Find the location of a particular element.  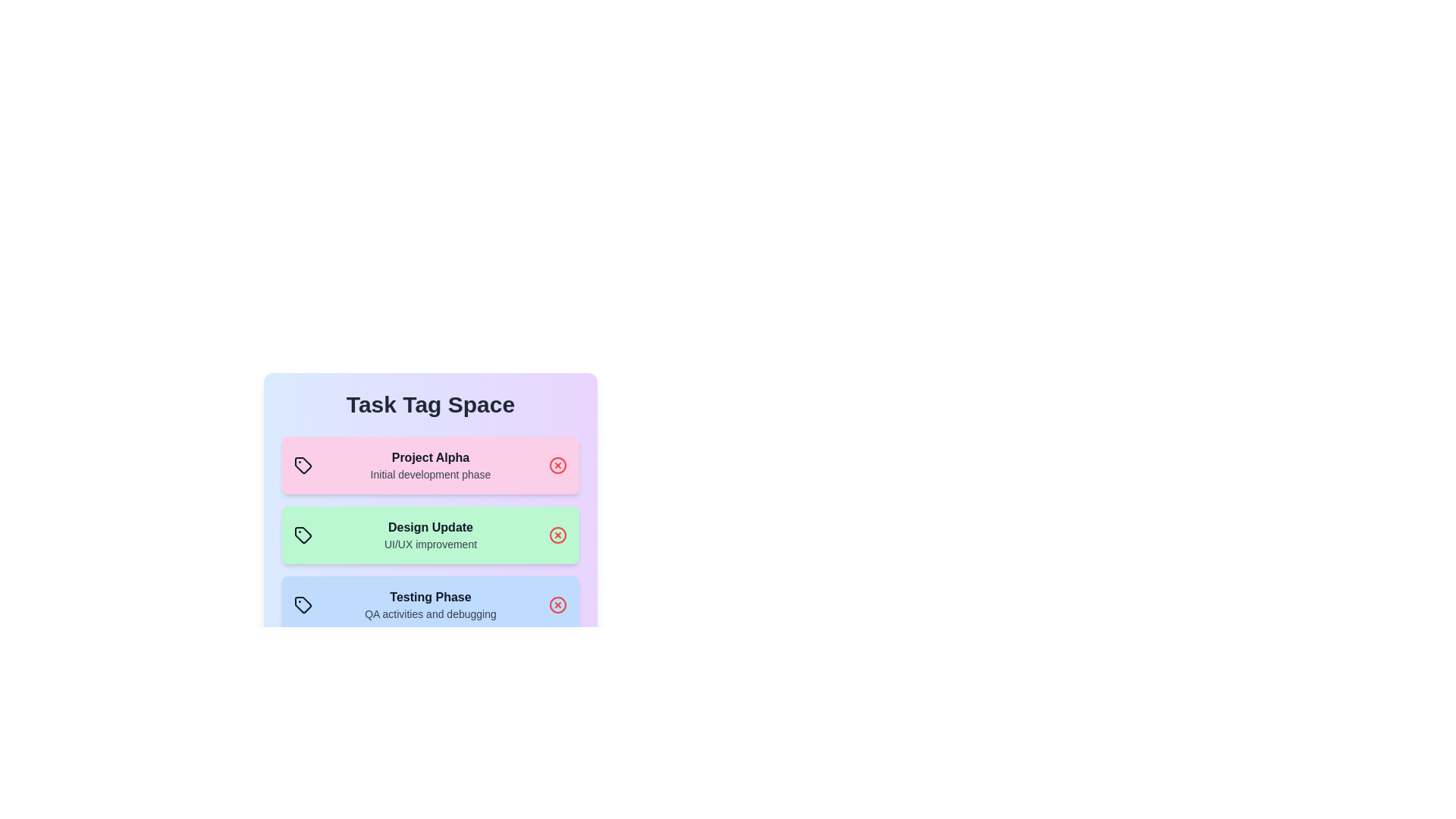

the tag icon corresponding to Project Alpha to highlight it is located at coordinates (303, 464).